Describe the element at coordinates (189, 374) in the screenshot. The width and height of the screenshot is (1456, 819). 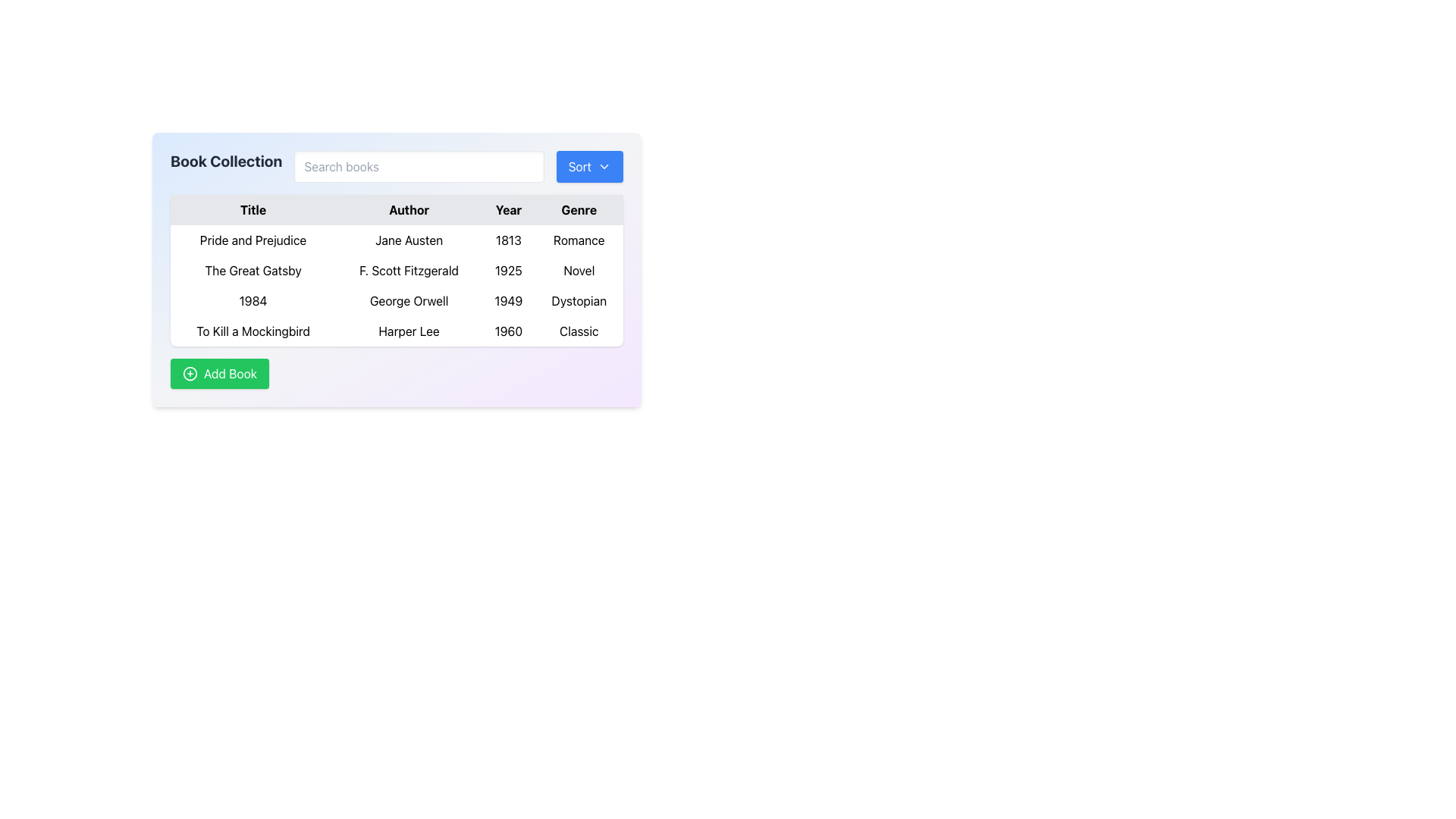
I see `the add book icon located within the green 'Add Book' button to initiate the add book action` at that location.